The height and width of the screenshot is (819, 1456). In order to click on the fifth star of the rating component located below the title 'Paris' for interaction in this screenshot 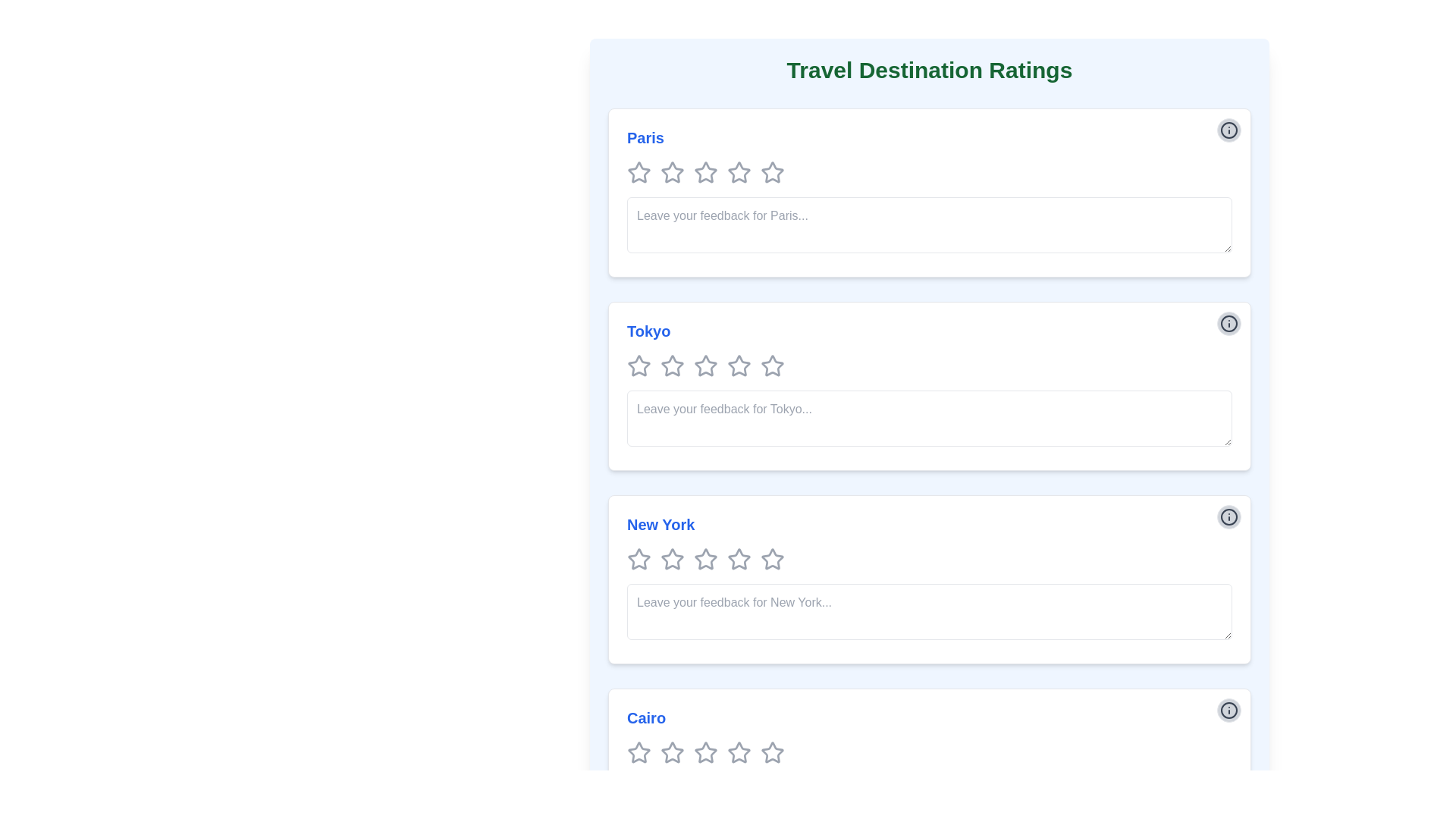, I will do `click(772, 171)`.